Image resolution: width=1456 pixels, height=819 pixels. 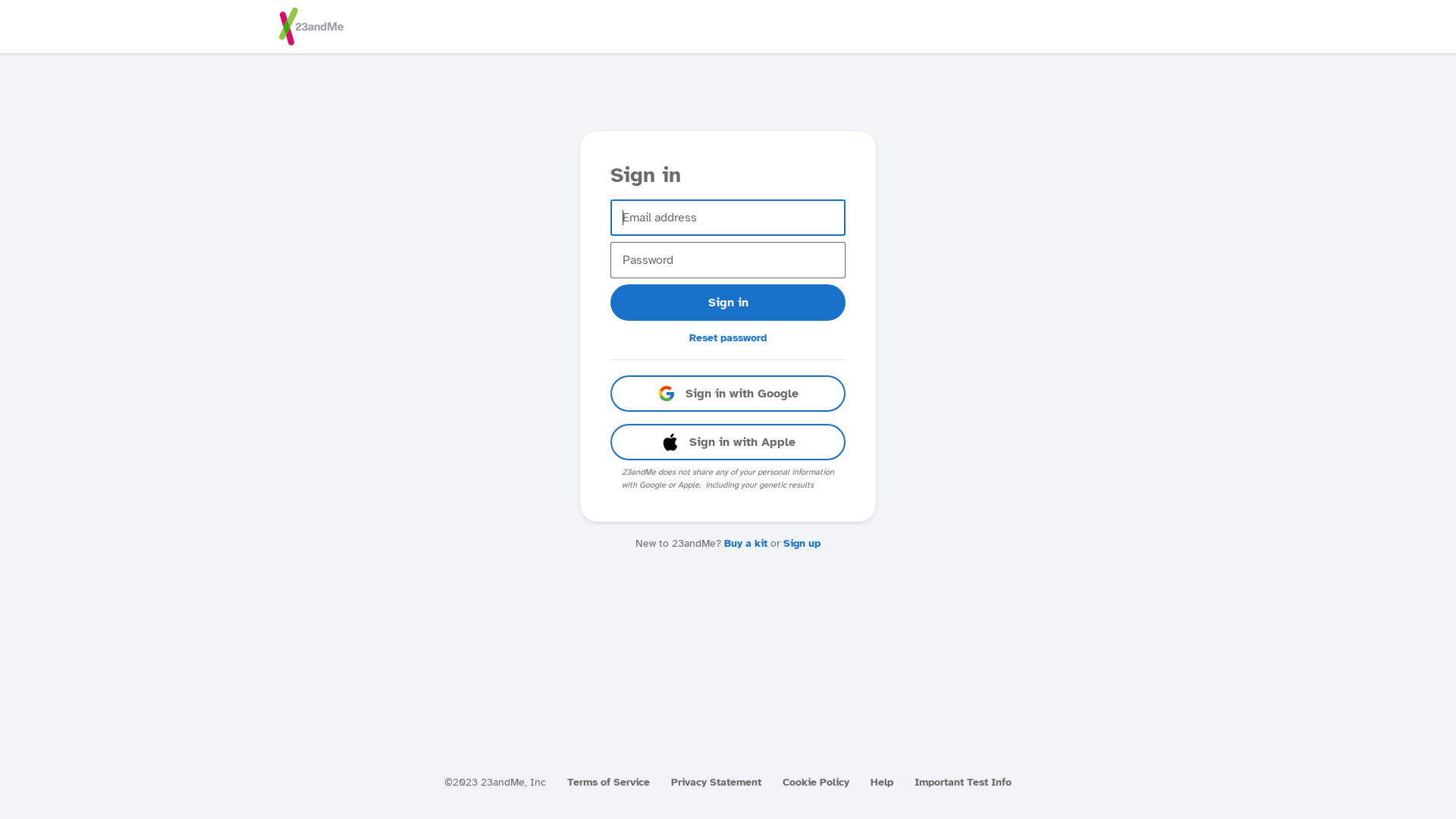 I want to click on 'Sign in with Apple', so click(x=728, y=441).